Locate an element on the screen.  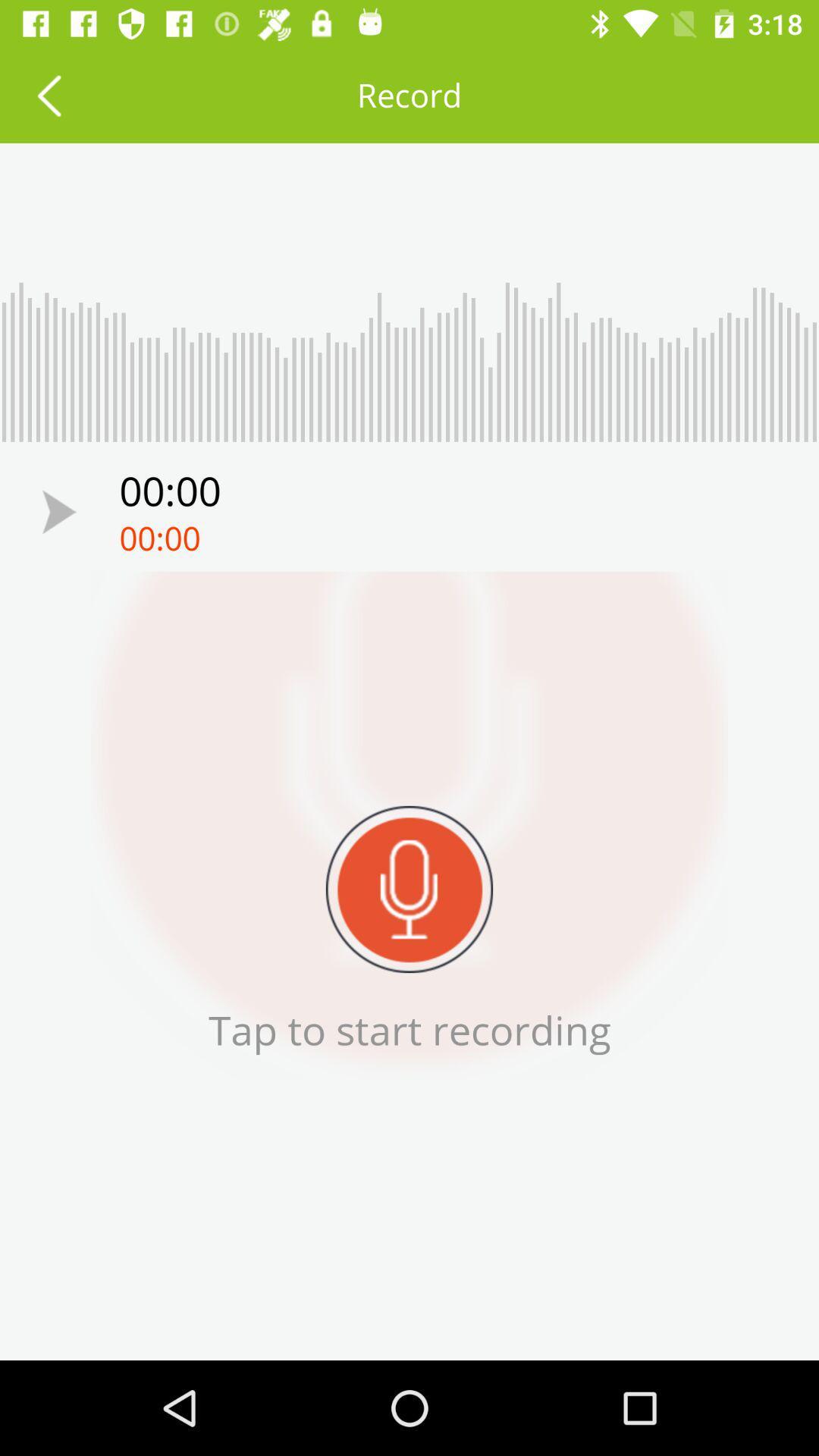
start recording is located at coordinates (58, 512).